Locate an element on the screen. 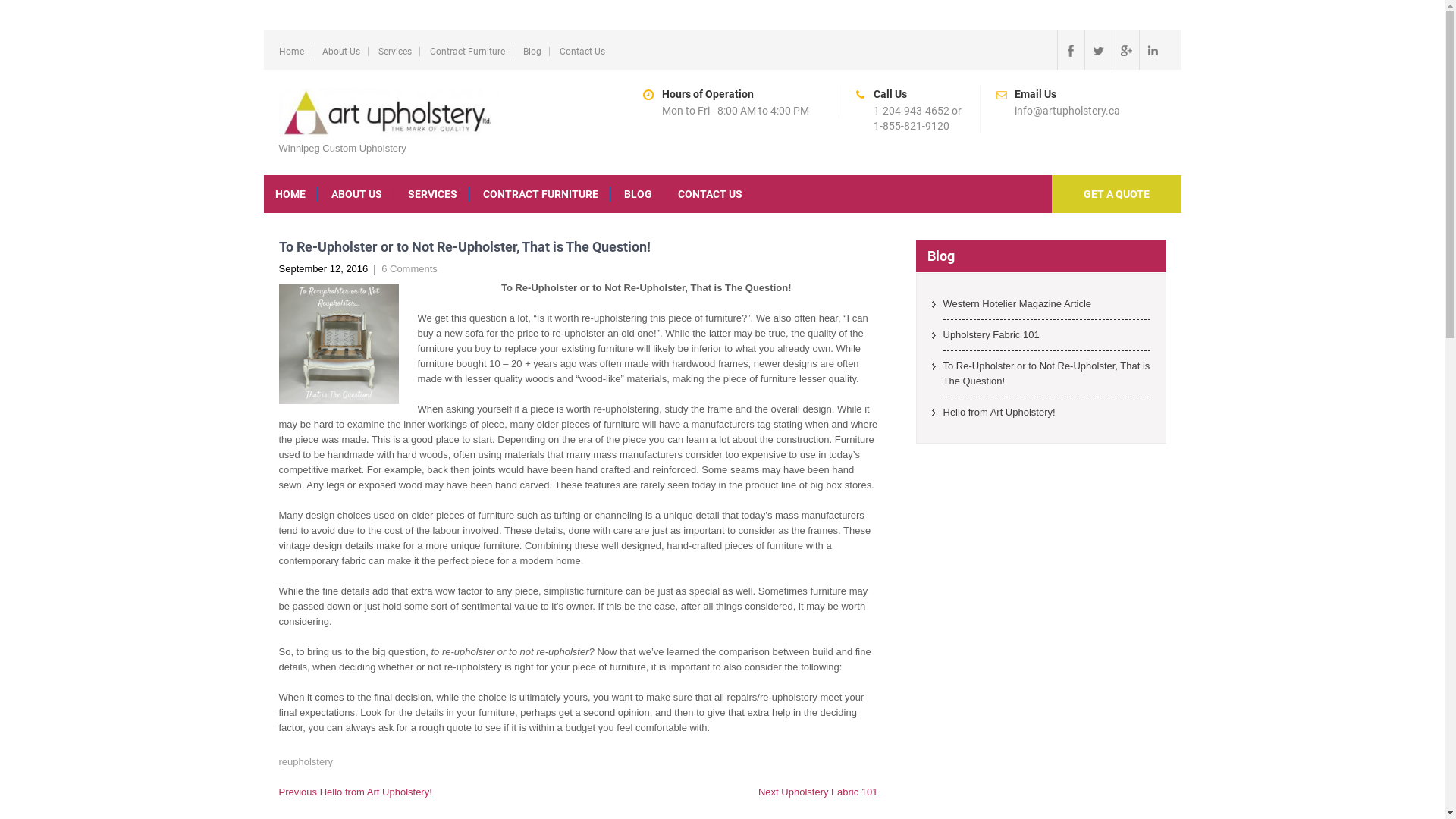 This screenshot has height=819, width=1456. 'CONTRACT FURNITURE' is located at coordinates (471, 193).